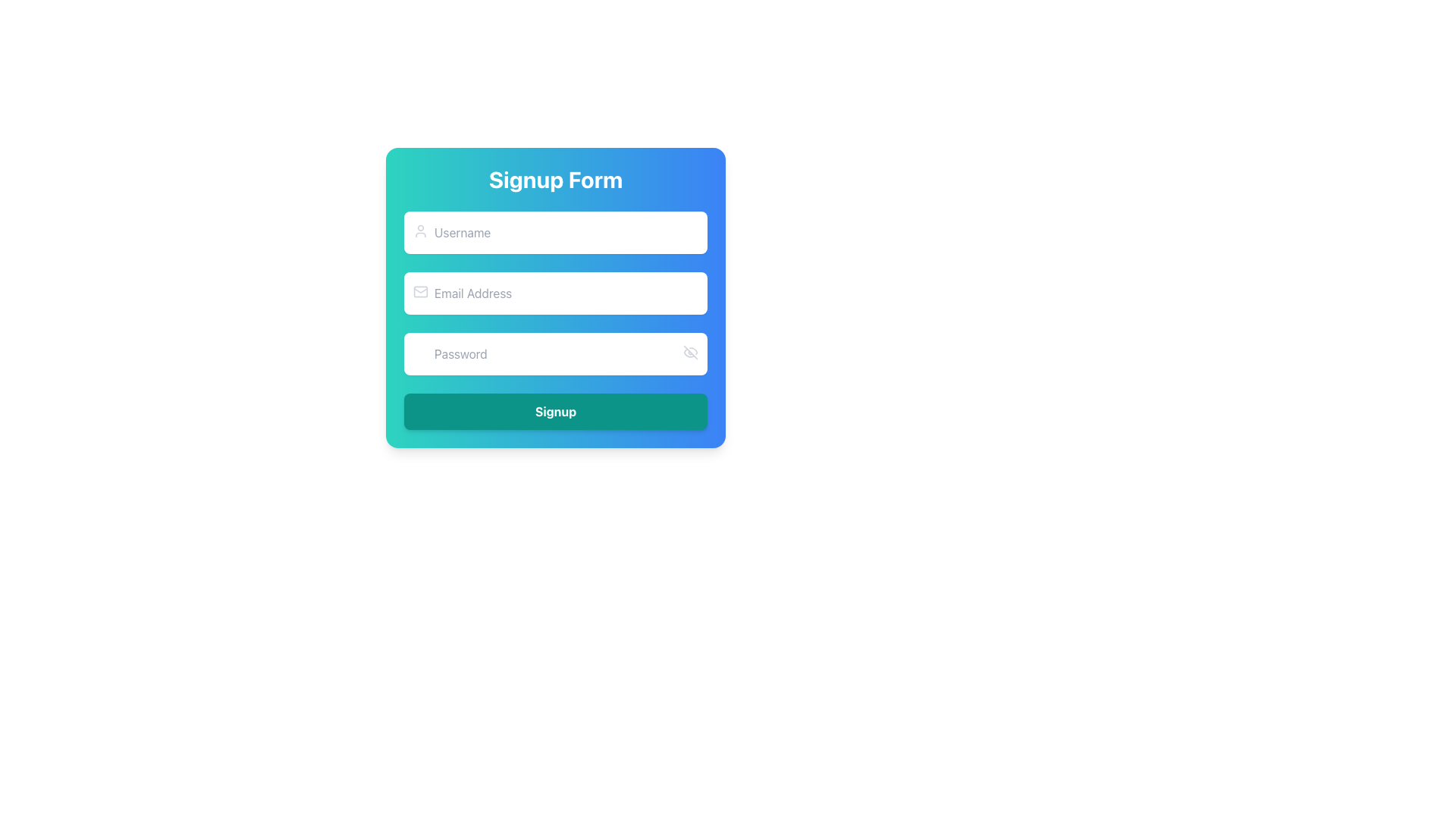 This screenshot has height=819, width=1456. I want to click on and drop text into the text input field for 'Email Address' within the signup form, styled with rounded corners and a light background, so click(555, 293).